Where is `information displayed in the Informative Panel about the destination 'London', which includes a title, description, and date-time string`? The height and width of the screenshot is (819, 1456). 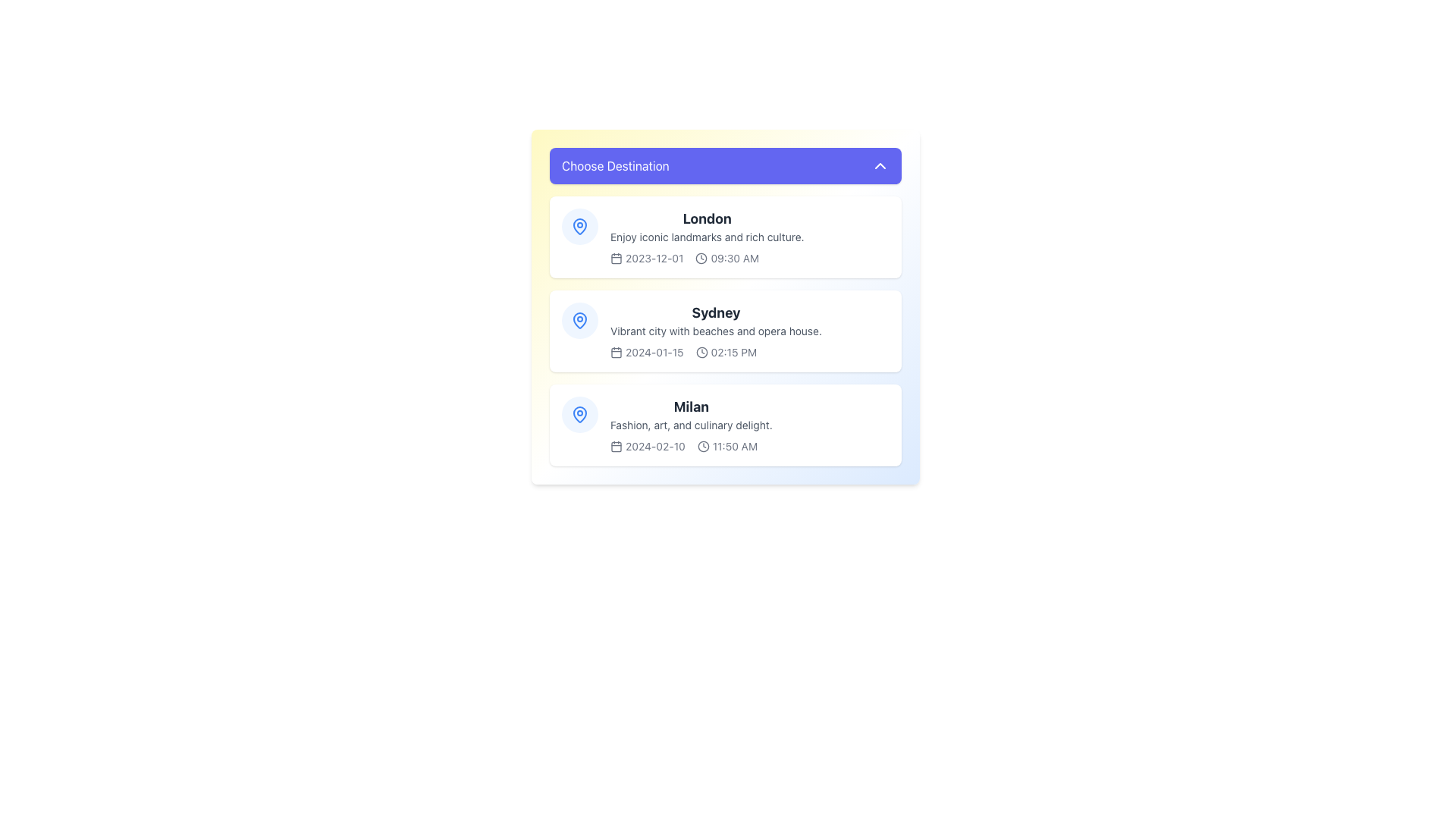
information displayed in the Informative Panel about the destination 'London', which includes a title, description, and date-time string is located at coordinates (706, 237).